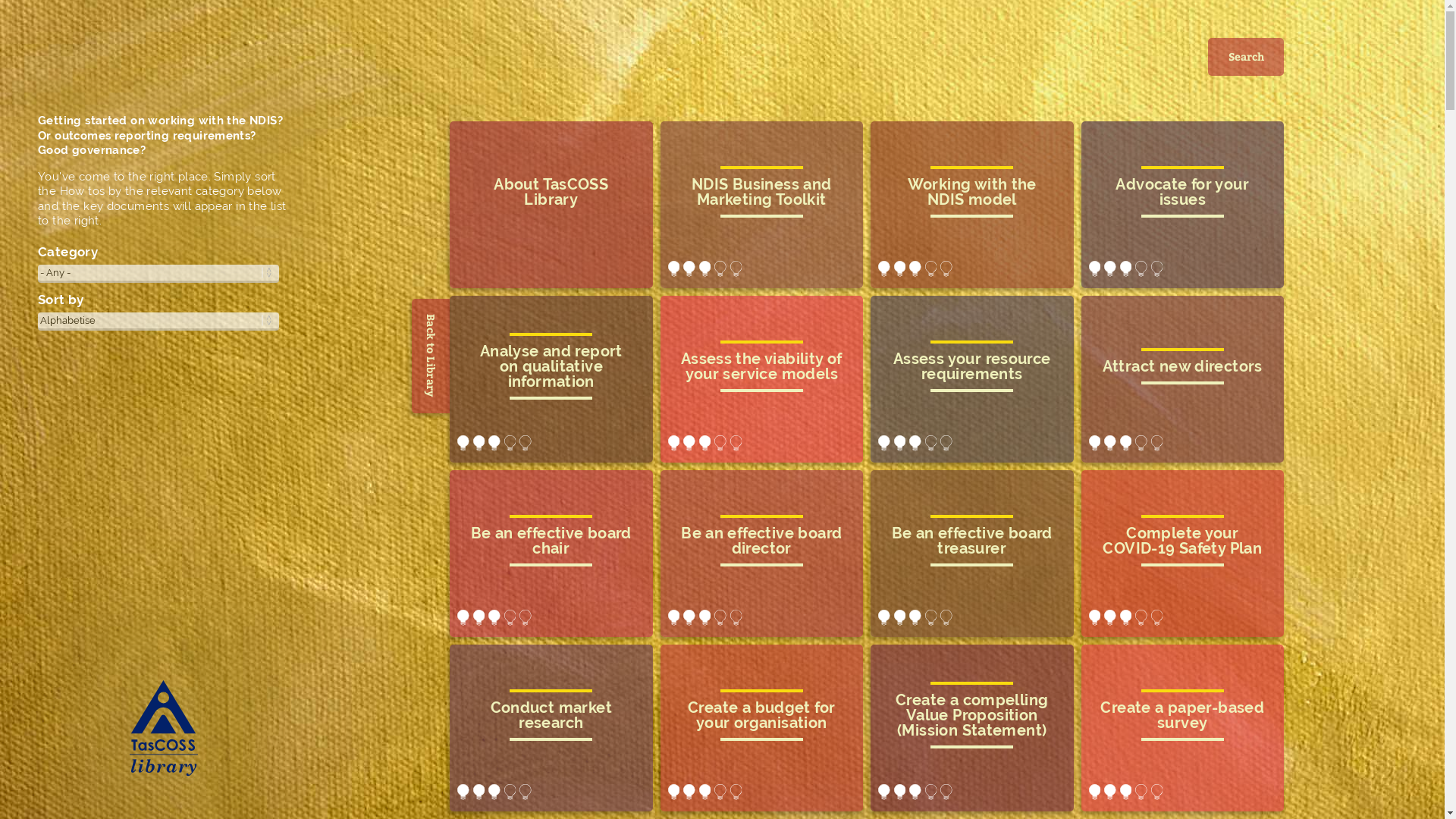 The image size is (1456, 819). I want to click on 'assess the viability of your service models', so click(761, 378).